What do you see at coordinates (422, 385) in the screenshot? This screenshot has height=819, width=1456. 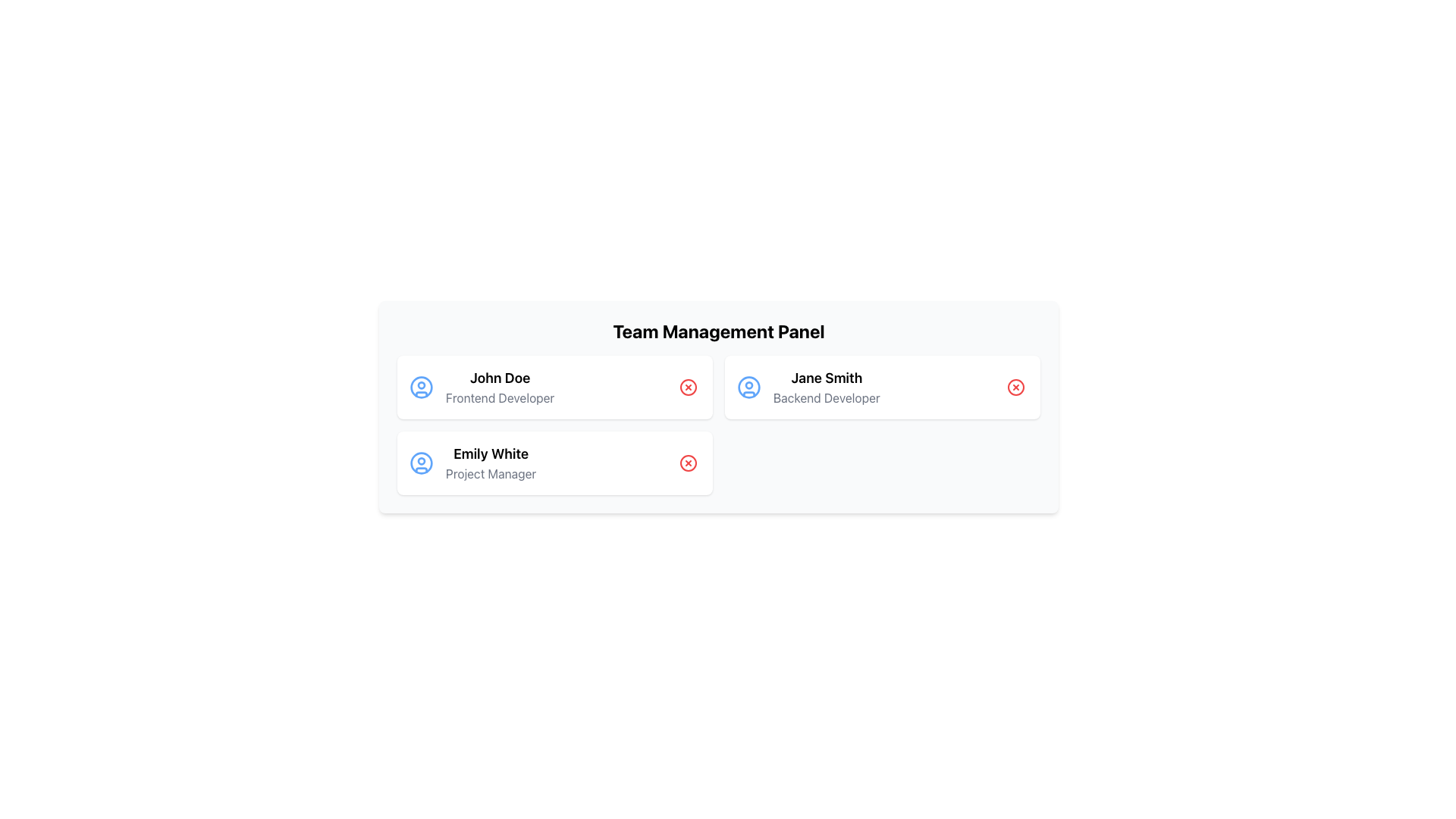 I see `the outermost circular shape of the user profile icon located in the left section of the second card in the 'Team Management Panel' interface` at bounding box center [422, 385].